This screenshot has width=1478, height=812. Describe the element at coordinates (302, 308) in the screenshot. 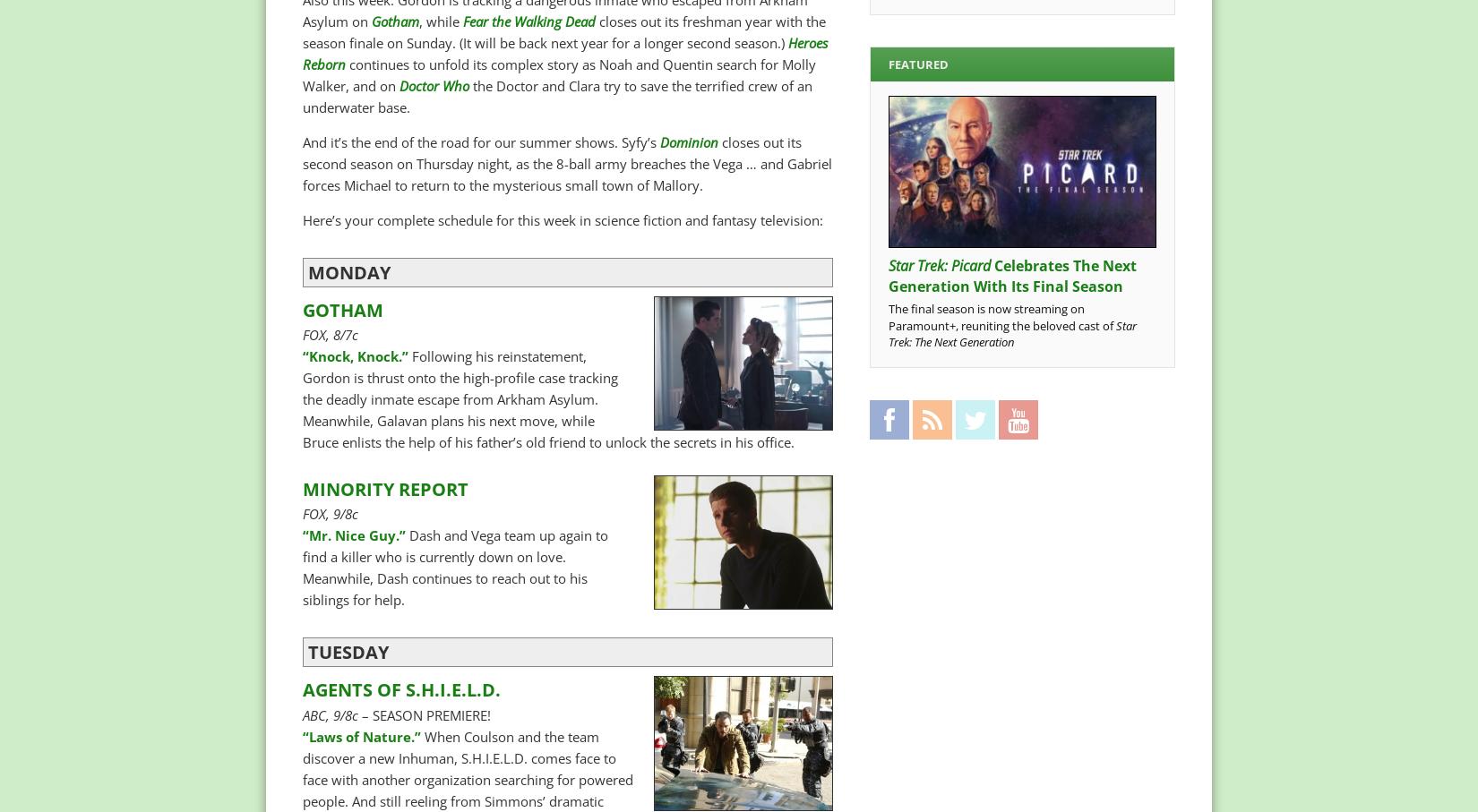

I see `'GOTHAM'` at that location.